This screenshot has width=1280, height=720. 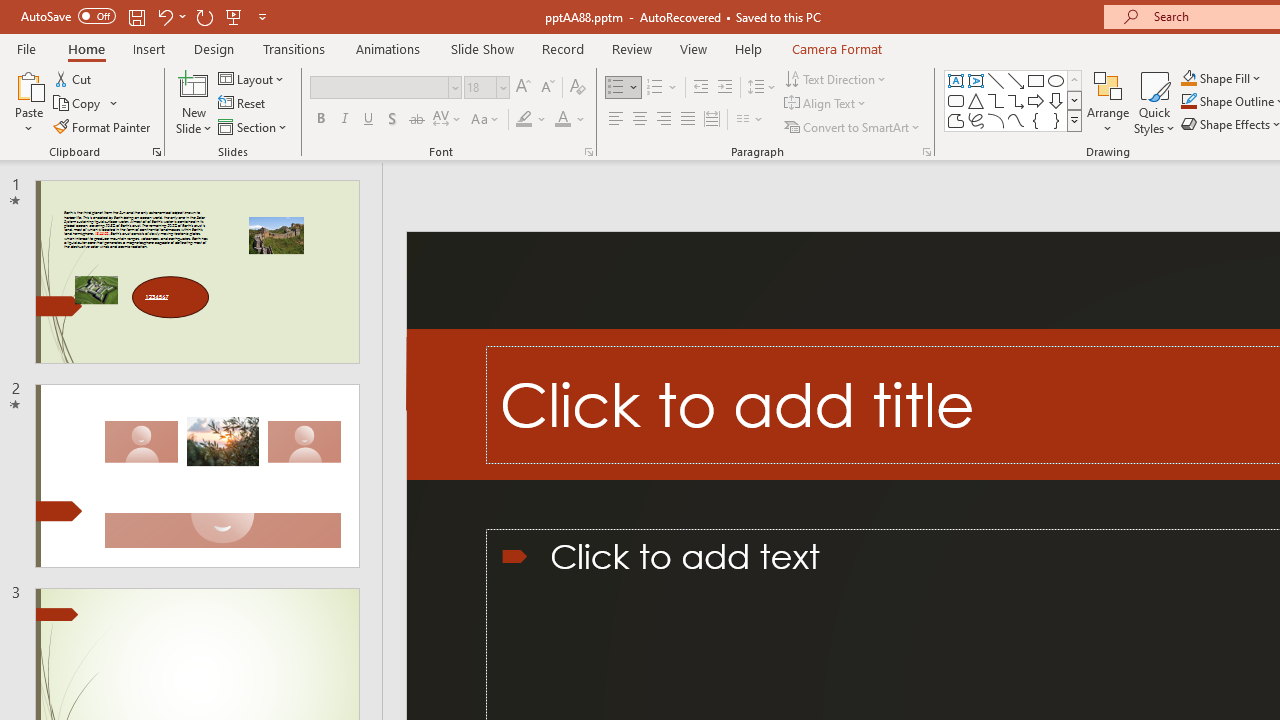 What do you see at coordinates (251, 78) in the screenshot?
I see `'Layout'` at bounding box center [251, 78].